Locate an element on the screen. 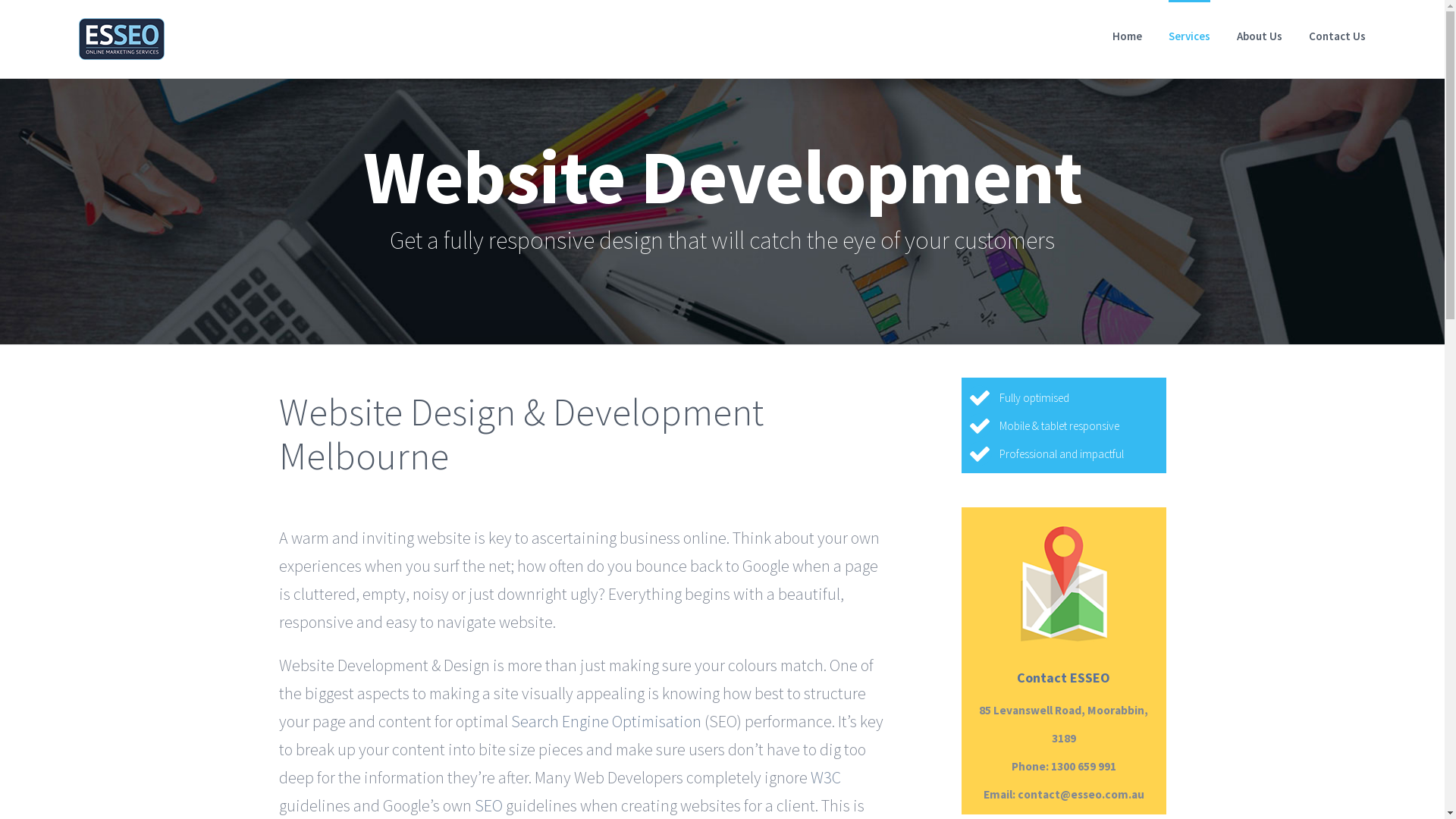  'Home' is located at coordinates (1127, 34).